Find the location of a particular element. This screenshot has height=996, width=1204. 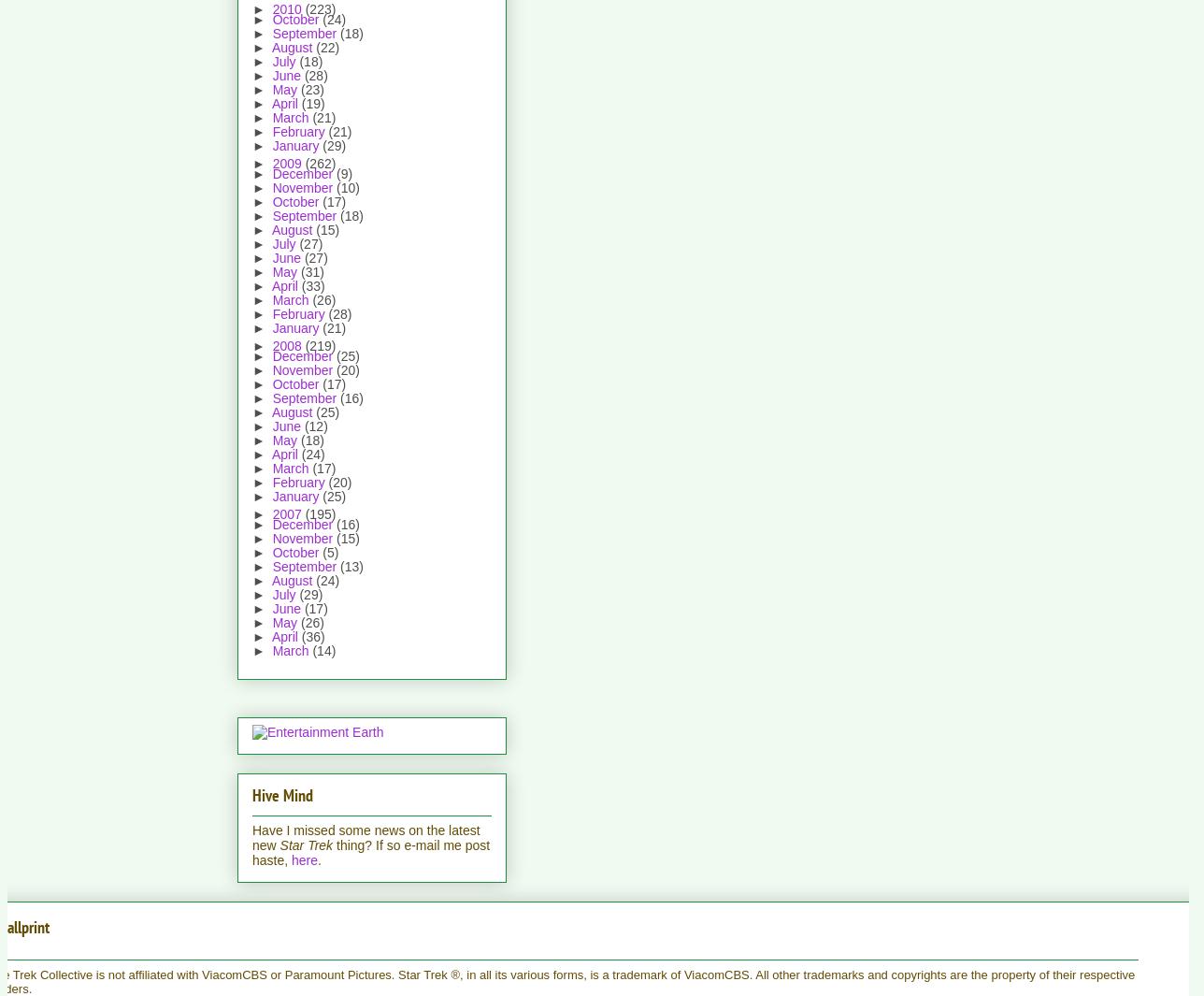

'Have I missed some news on the latest new' is located at coordinates (365, 837).